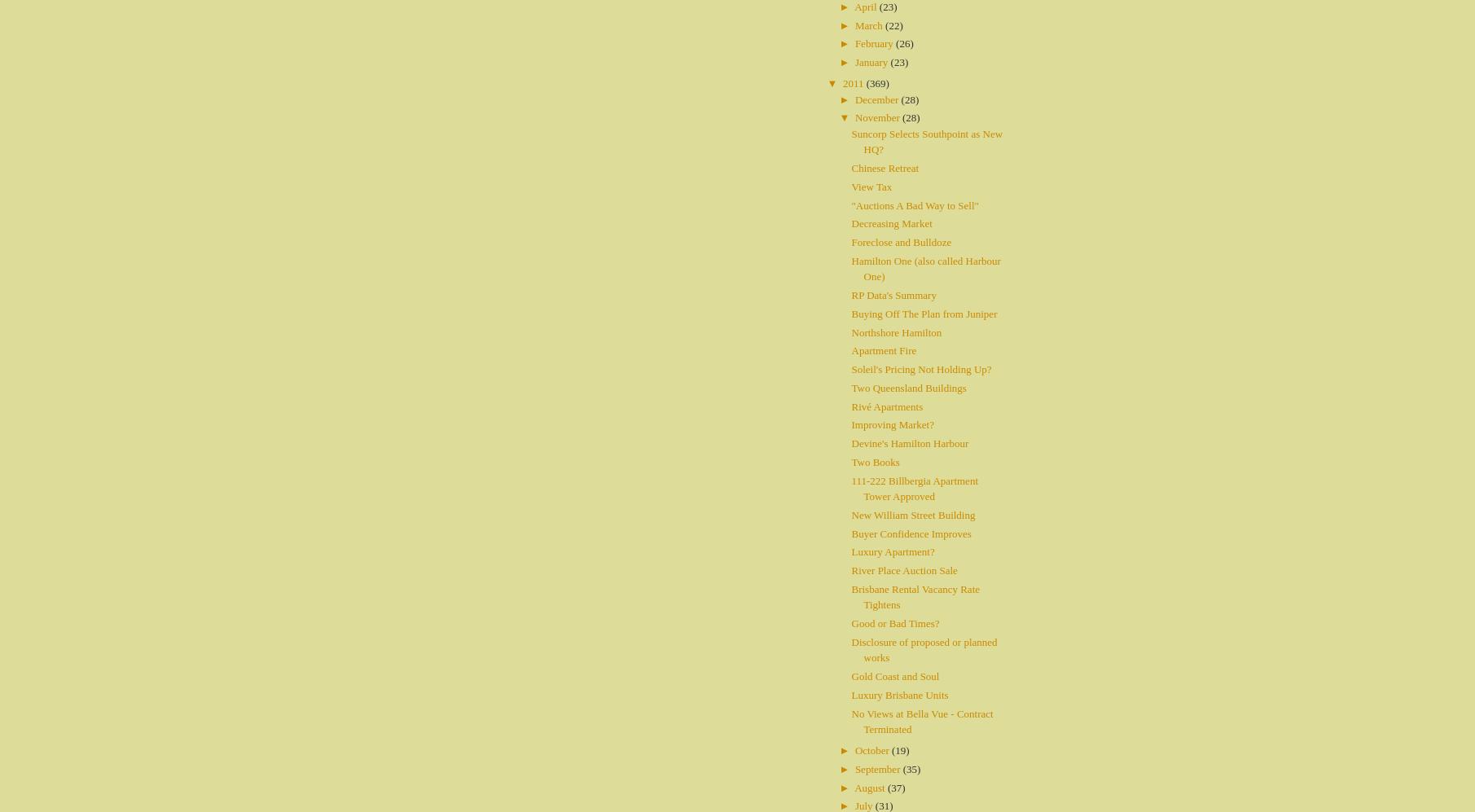 The height and width of the screenshot is (812, 1475). Describe the element at coordinates (850, 513) in the screenshot. I see `'New William Street Building'` at that location.